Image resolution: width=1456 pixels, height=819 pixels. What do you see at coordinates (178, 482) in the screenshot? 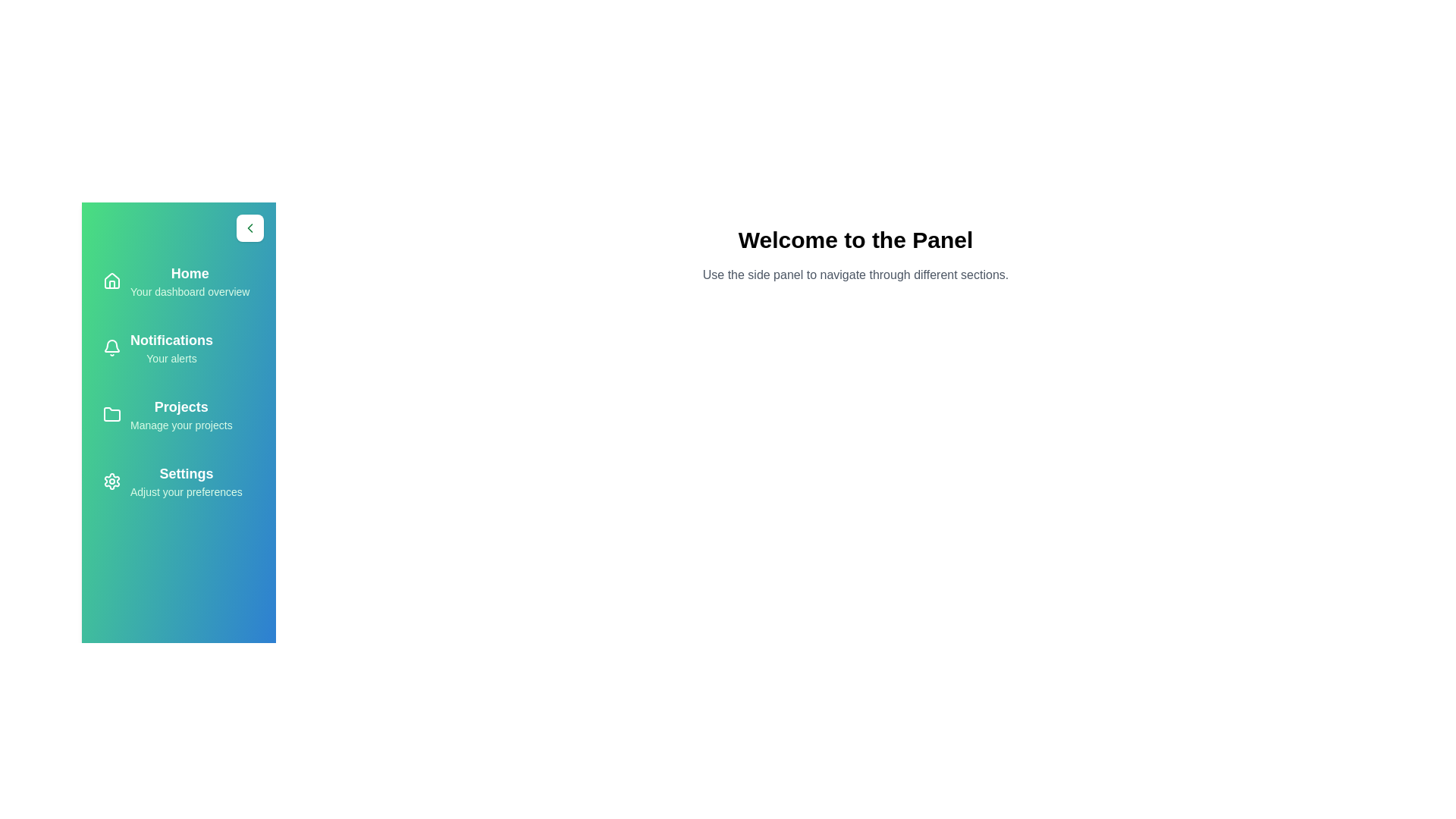
I see `the tab Settings from the side panel` at bounding box center [178, 482].